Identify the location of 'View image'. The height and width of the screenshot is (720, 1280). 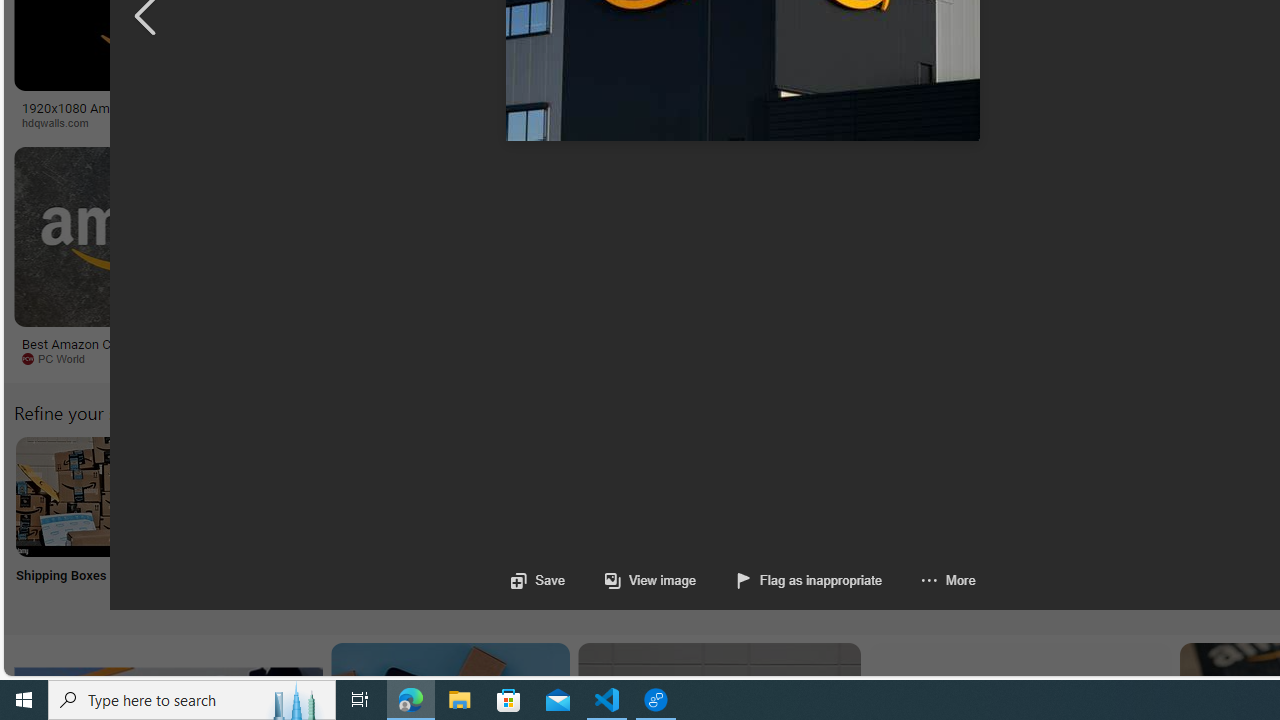
(650, 580).